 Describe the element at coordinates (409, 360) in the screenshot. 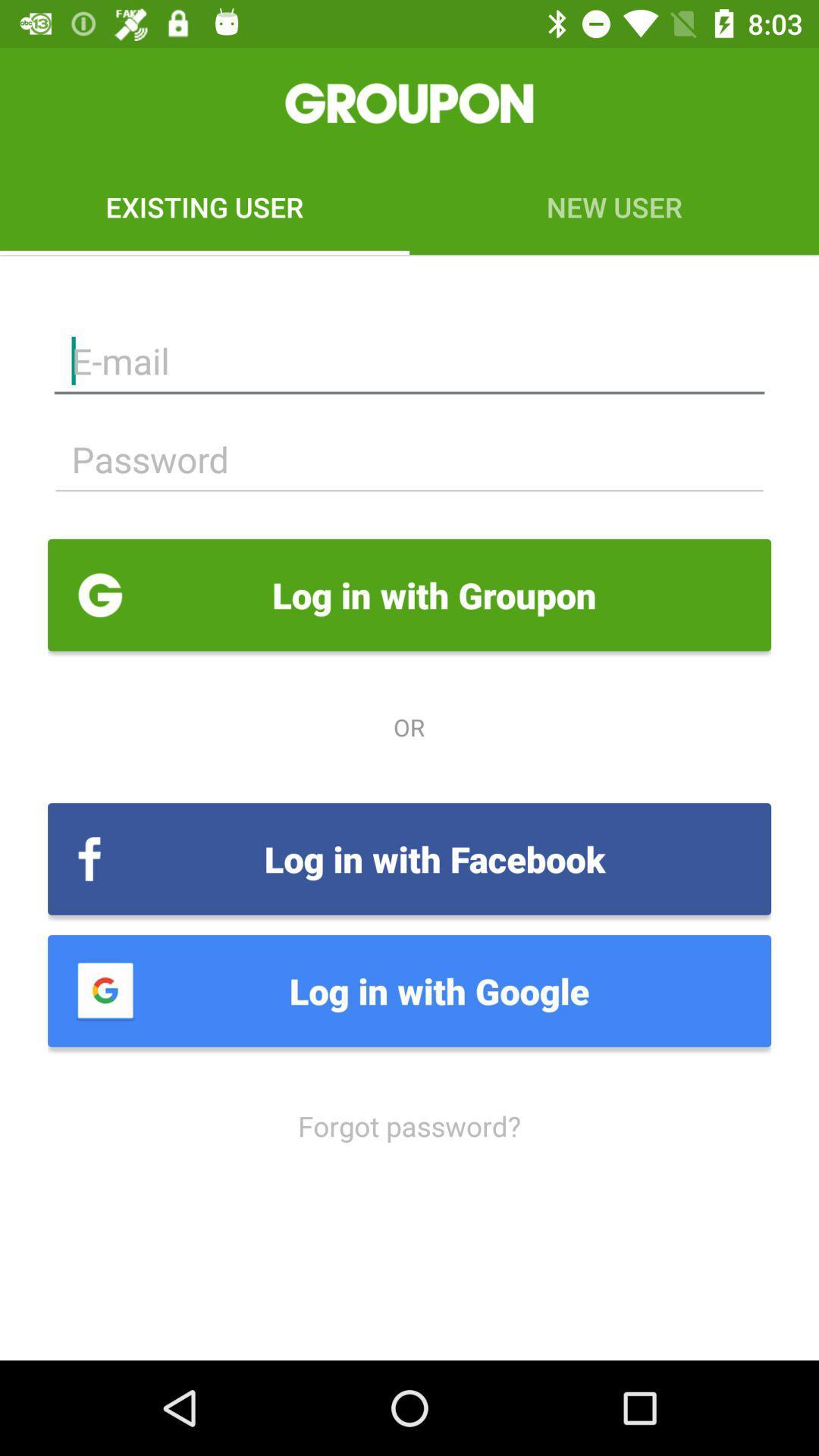

I see `email address` at that location.